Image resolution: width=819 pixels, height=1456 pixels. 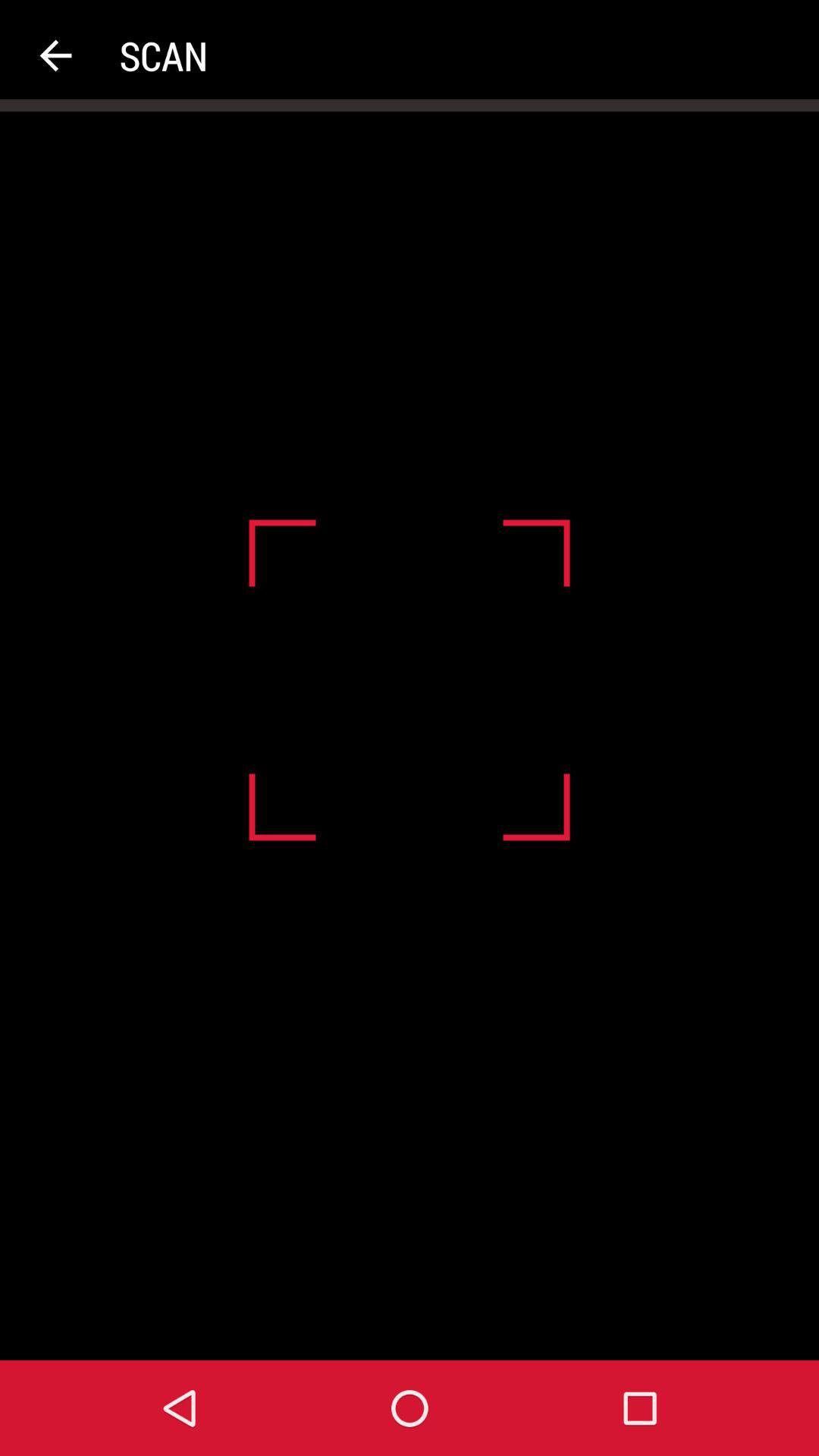 What do you see at coordinates (55, 55) in the screenshot?
I see `the item next to scan app` at bounding box center [55, 55].